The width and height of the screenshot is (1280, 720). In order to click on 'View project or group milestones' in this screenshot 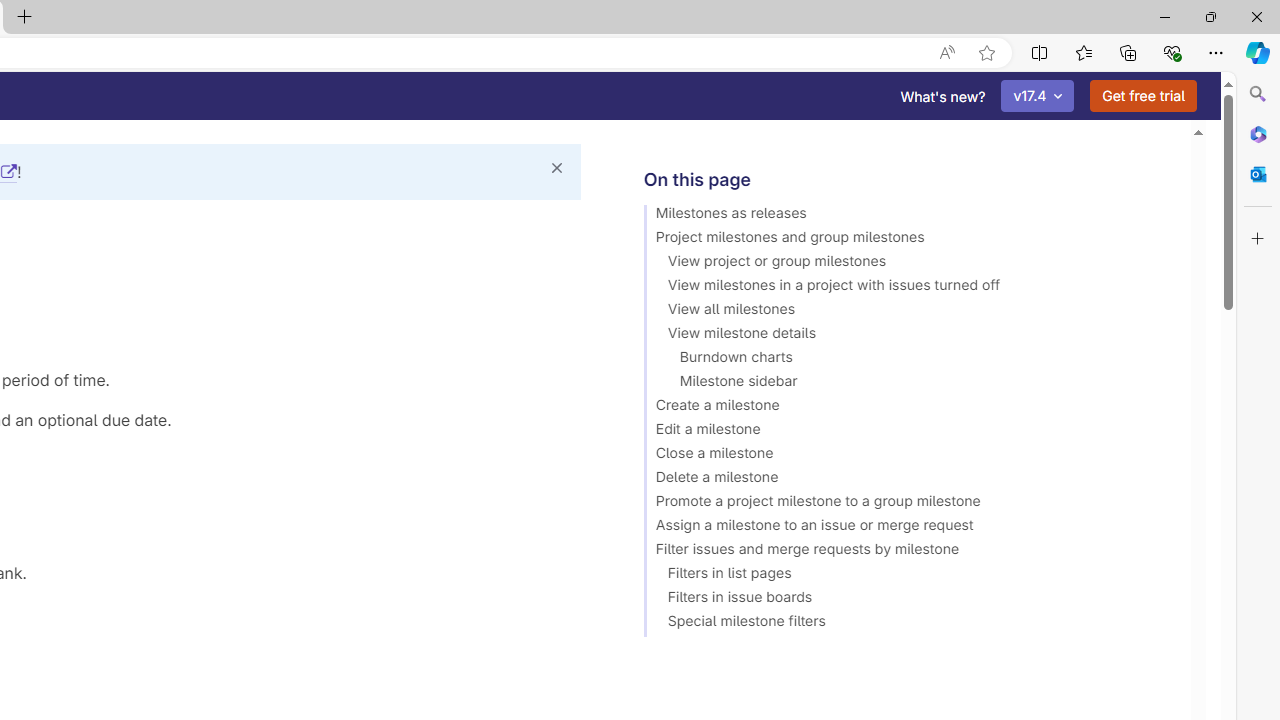, I will do `click(907, 263)`.